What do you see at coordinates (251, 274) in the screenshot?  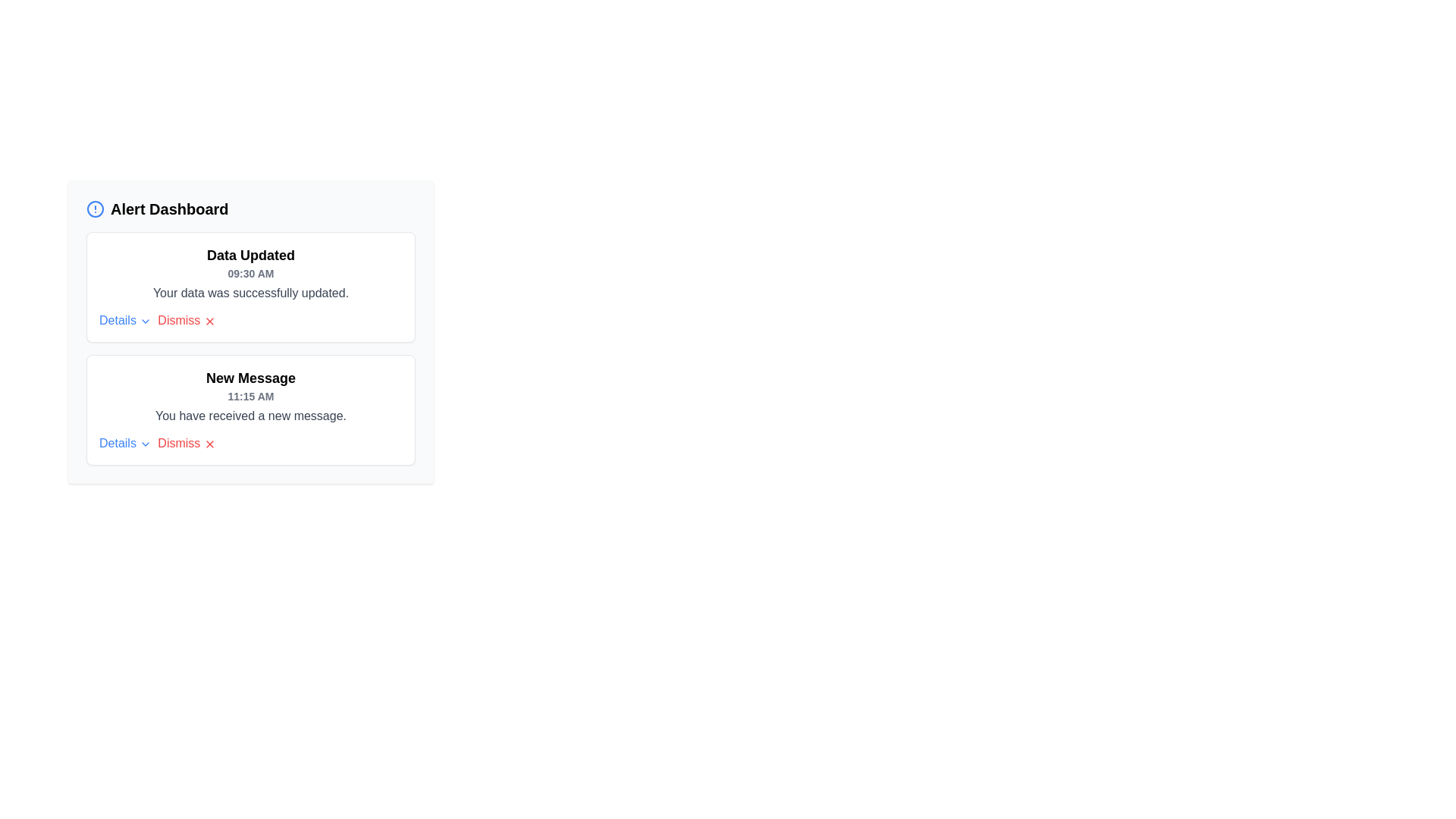 I see `the text '09:30 AM' which is displayed in a smaller, gray font located below the 'Data Updated' heading` at bounding box center [251, 274].